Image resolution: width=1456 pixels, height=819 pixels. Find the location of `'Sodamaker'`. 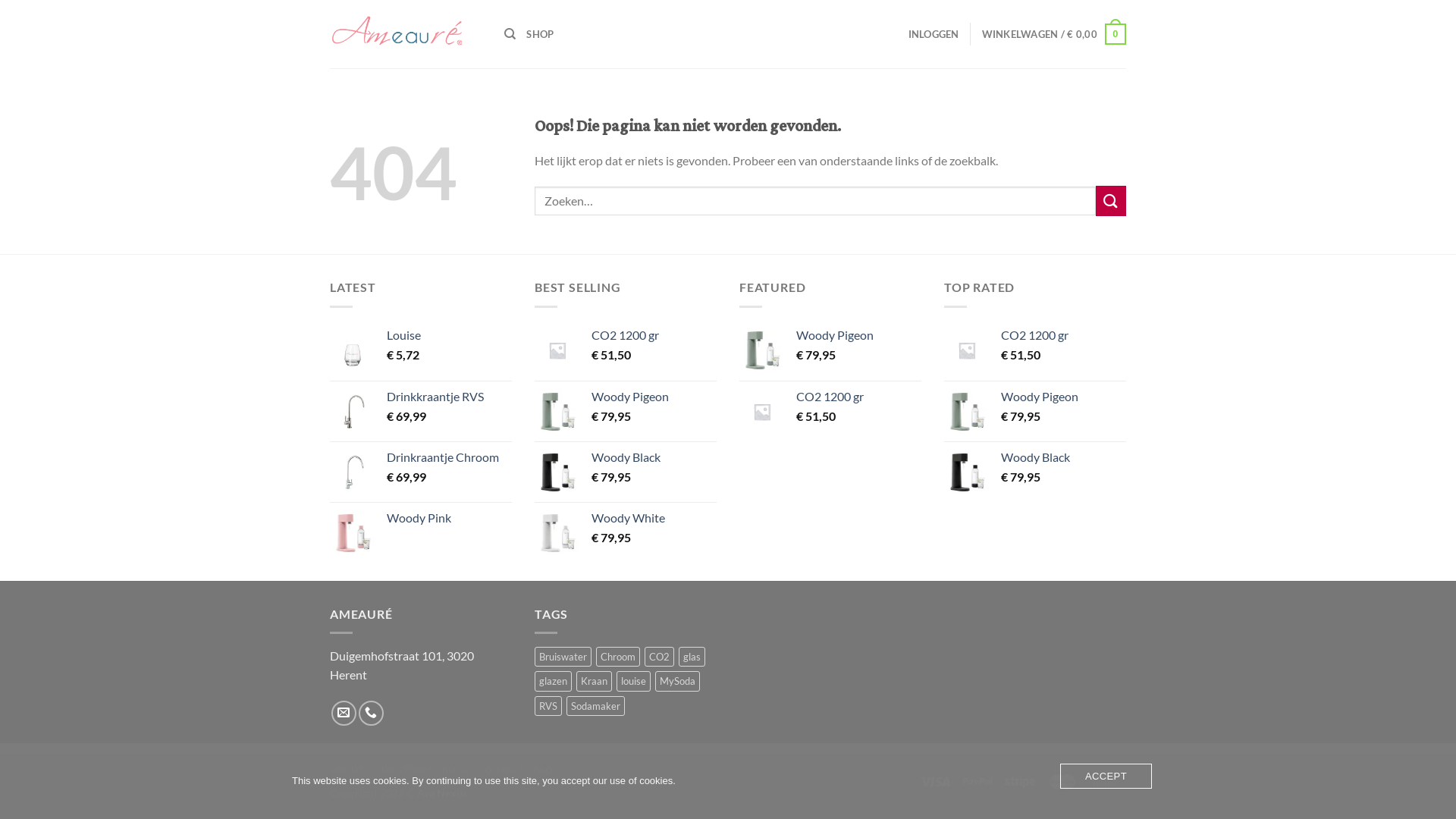

'Sodamaker' is located at coordinates (595, 705).